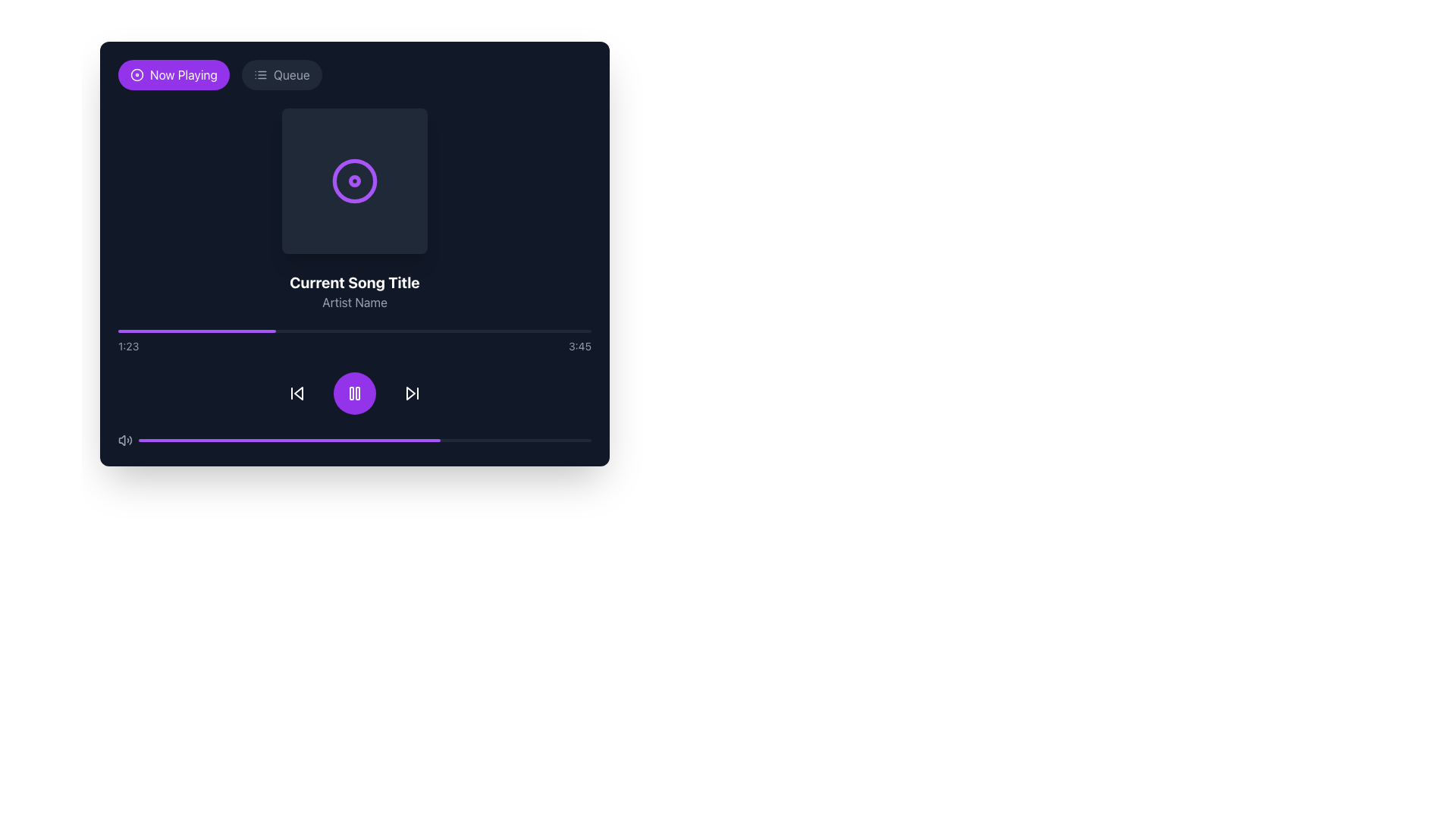 This screenshot has height=819, width=1456. What do you see at coordinates (240, 330) in the screenshot?
I see `the playback progress` at bounding box center [240, 330].